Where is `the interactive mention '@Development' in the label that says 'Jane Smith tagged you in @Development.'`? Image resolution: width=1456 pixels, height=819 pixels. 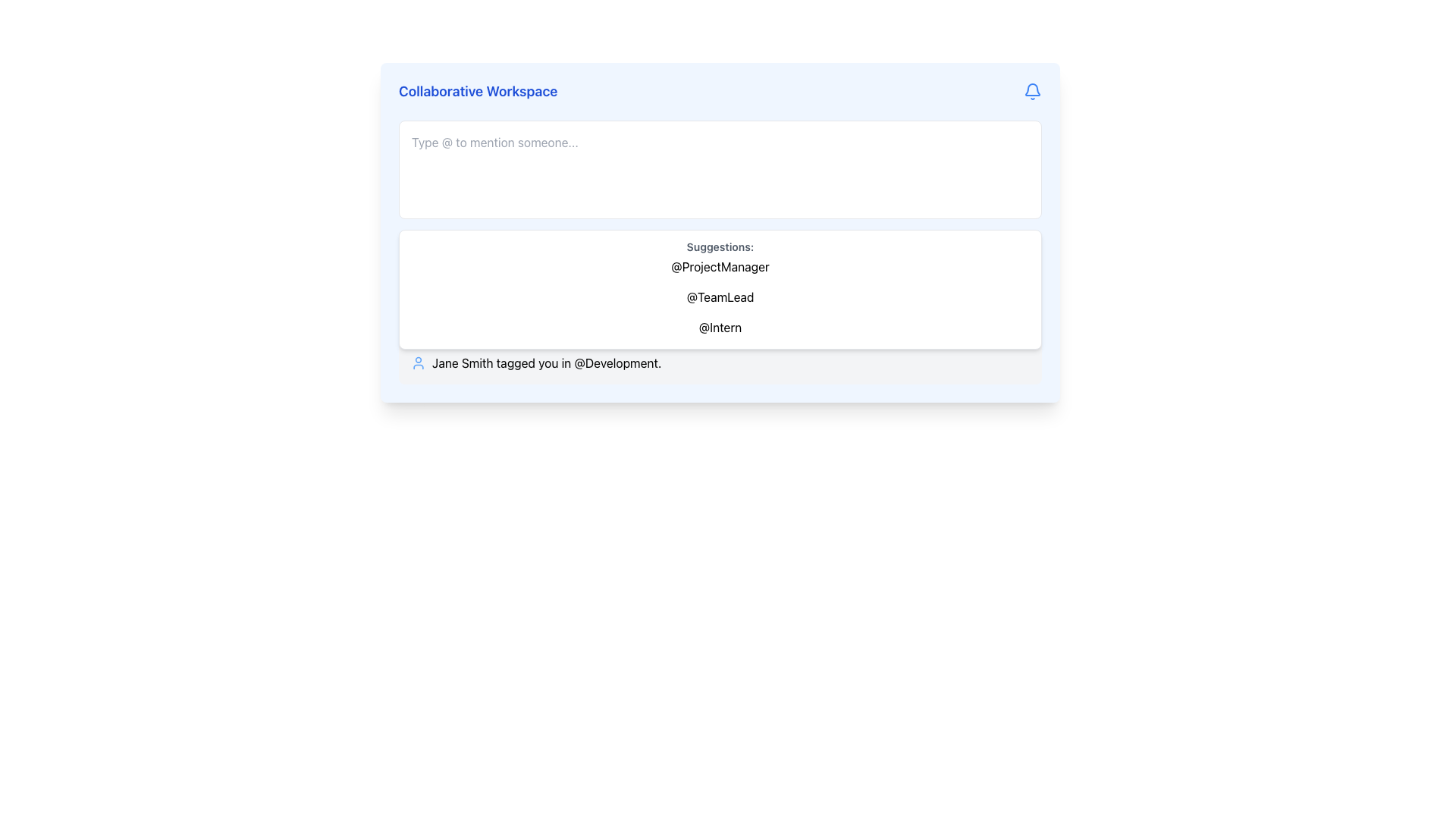 the interactive mention '@Development' in the label that says 'Jane Smith tagged you in @Development.' is located at coordinates (546, 362).